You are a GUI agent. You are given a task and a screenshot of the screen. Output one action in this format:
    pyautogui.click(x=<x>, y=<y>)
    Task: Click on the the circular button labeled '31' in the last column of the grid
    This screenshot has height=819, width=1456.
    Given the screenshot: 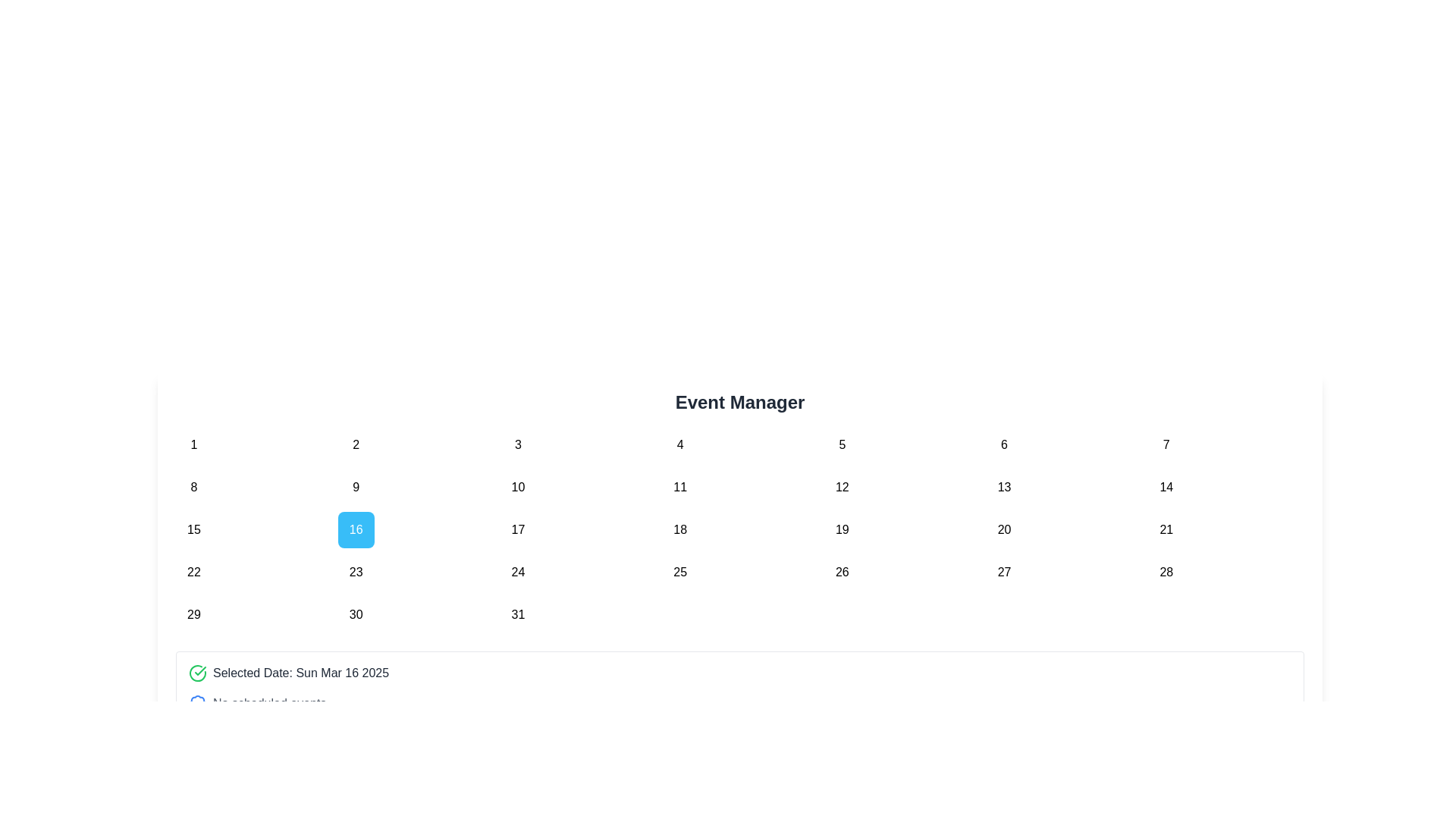 What is the action you would take?
    pyautogui.click(x=518, y=614)
    